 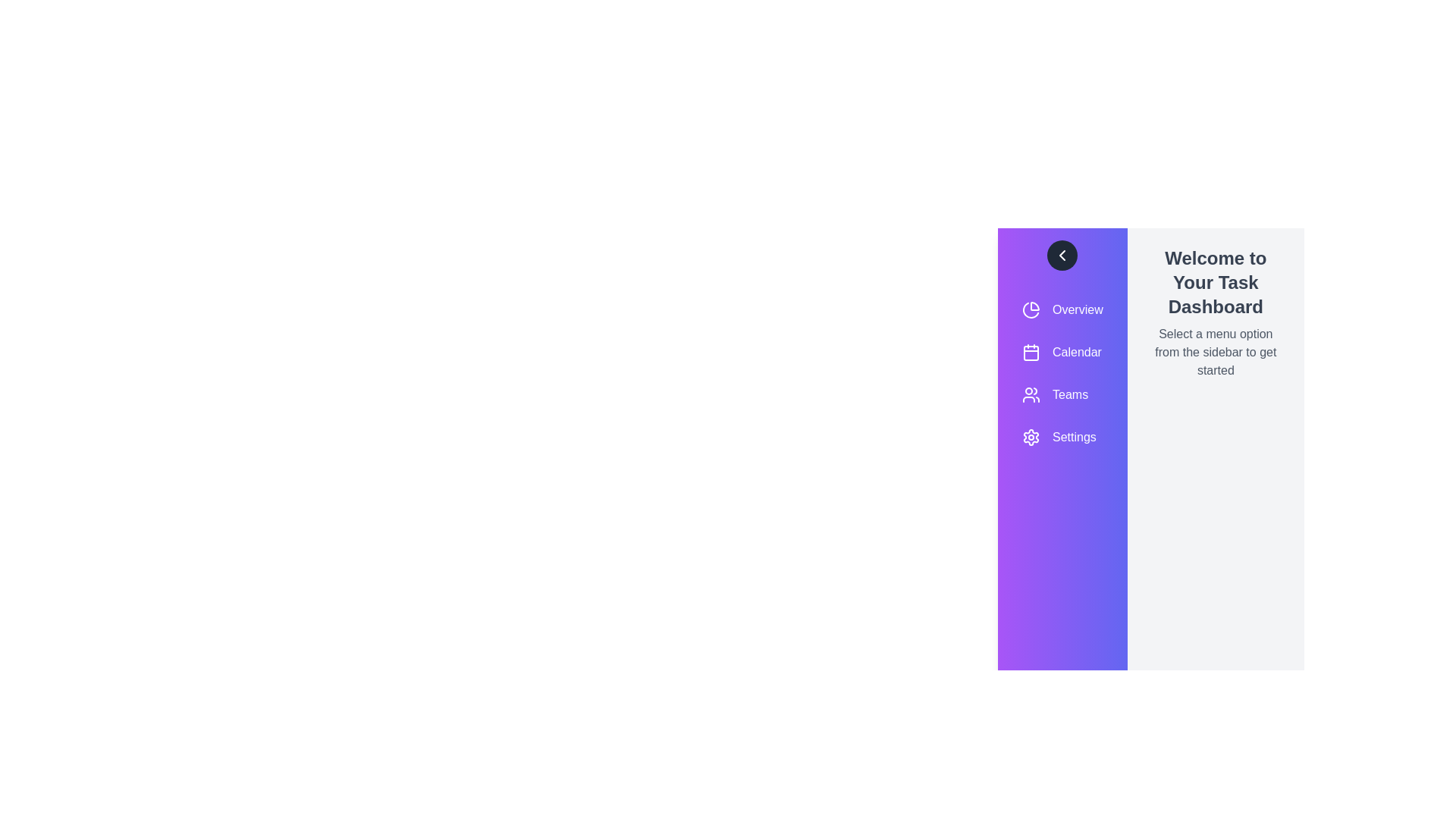 What do you see at coordinates (1062, 353) in the screenshot?
I see `the menu item labeled Calendar` at bounding box center [1062, 353].